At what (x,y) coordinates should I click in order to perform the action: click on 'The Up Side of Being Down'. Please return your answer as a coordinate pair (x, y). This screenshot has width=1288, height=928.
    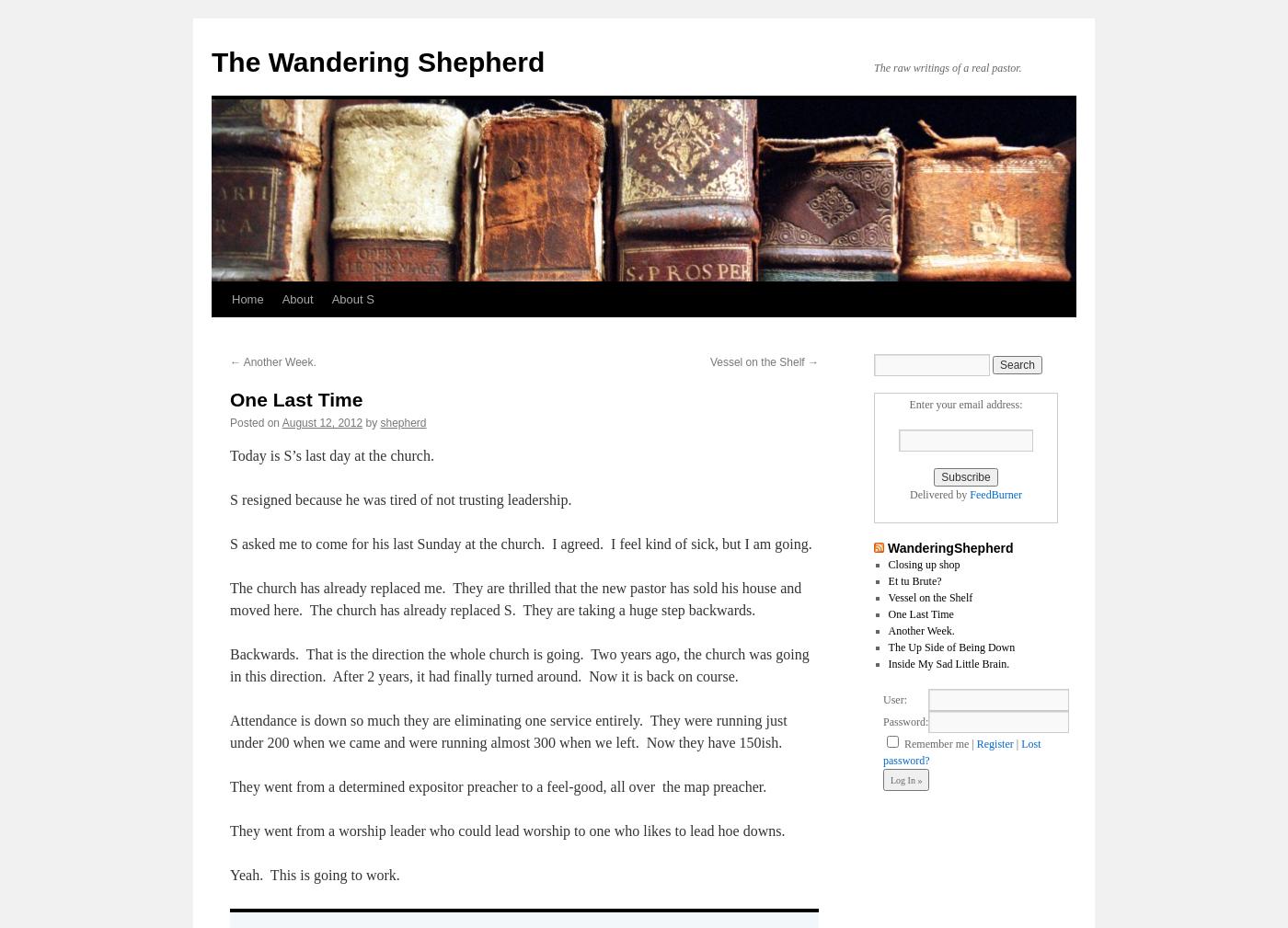
    Looking at the image, I should click on (888, 647).